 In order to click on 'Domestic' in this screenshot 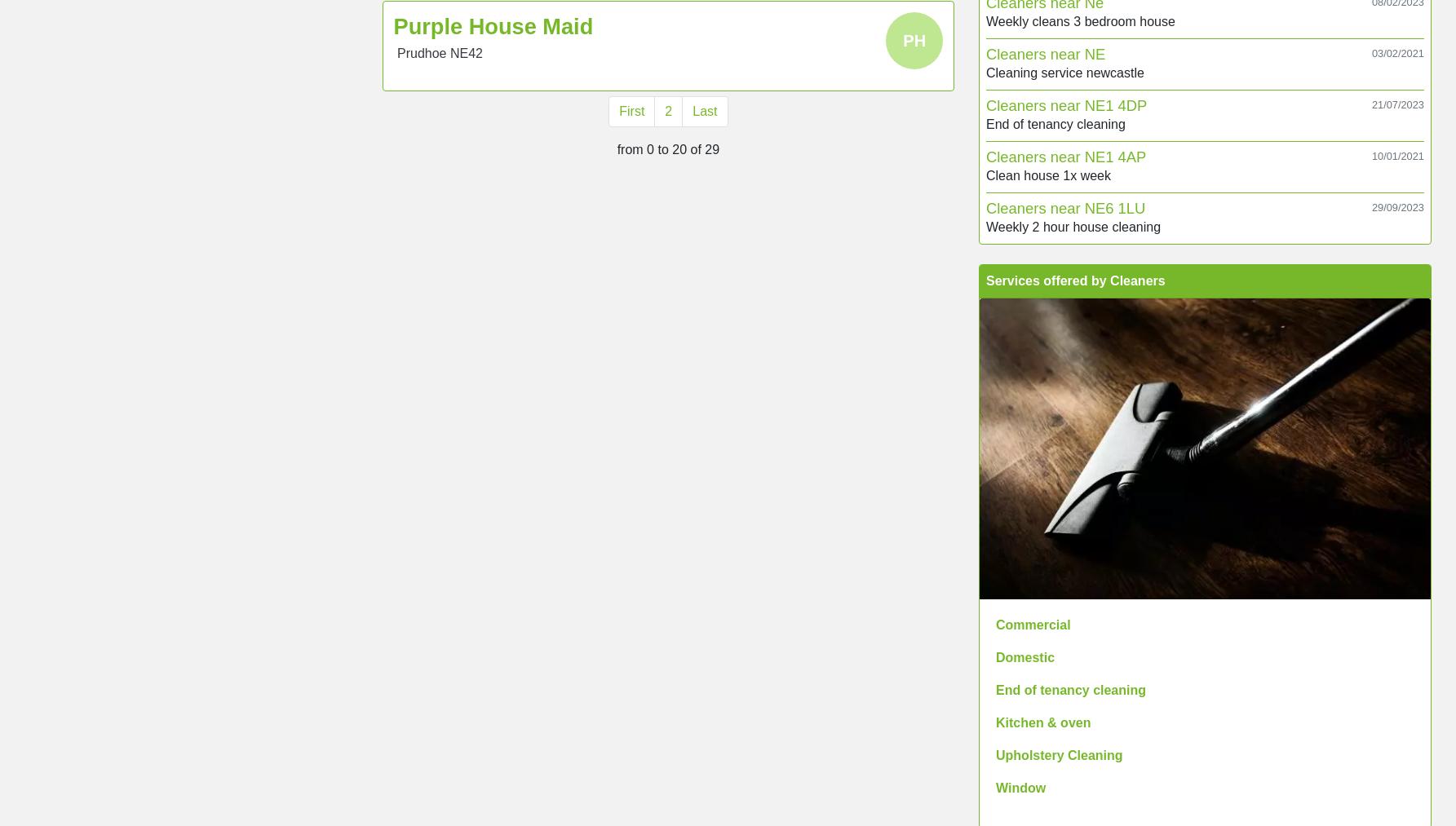, I will do `click(994, 656)`.